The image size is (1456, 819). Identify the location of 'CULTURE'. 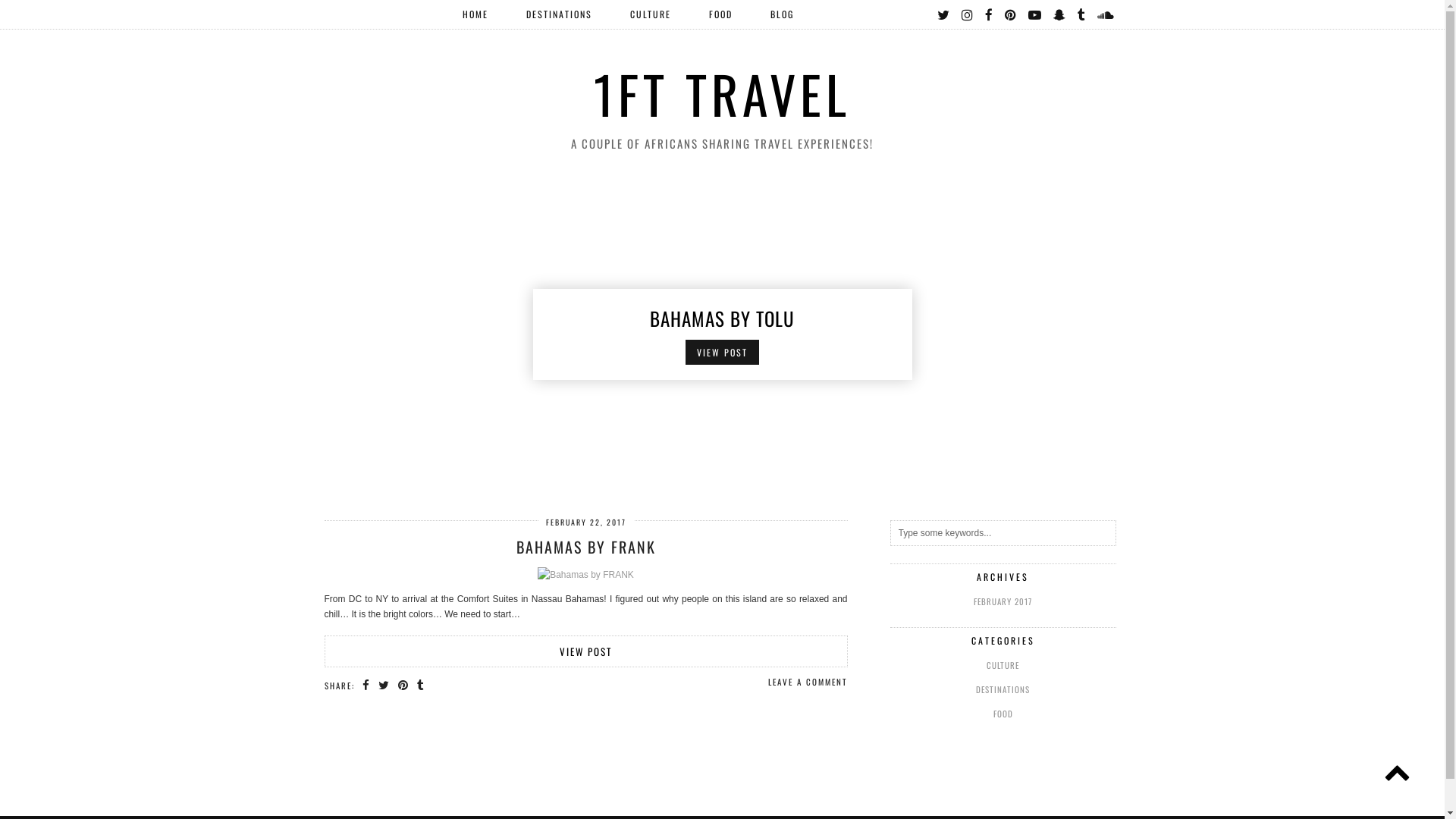
(651, 14).